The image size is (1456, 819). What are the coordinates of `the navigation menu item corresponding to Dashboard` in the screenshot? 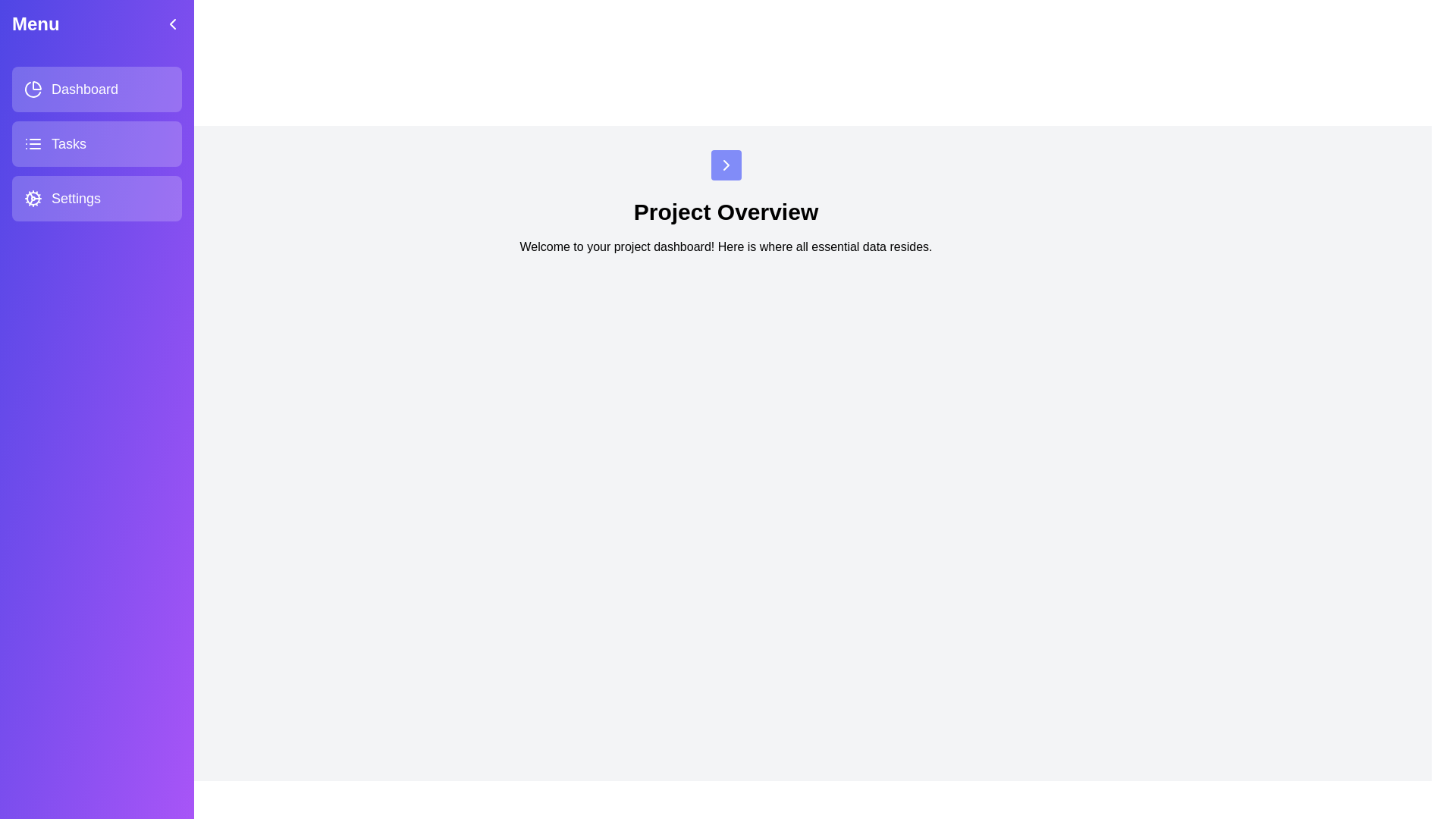 It's located at (96, 89).